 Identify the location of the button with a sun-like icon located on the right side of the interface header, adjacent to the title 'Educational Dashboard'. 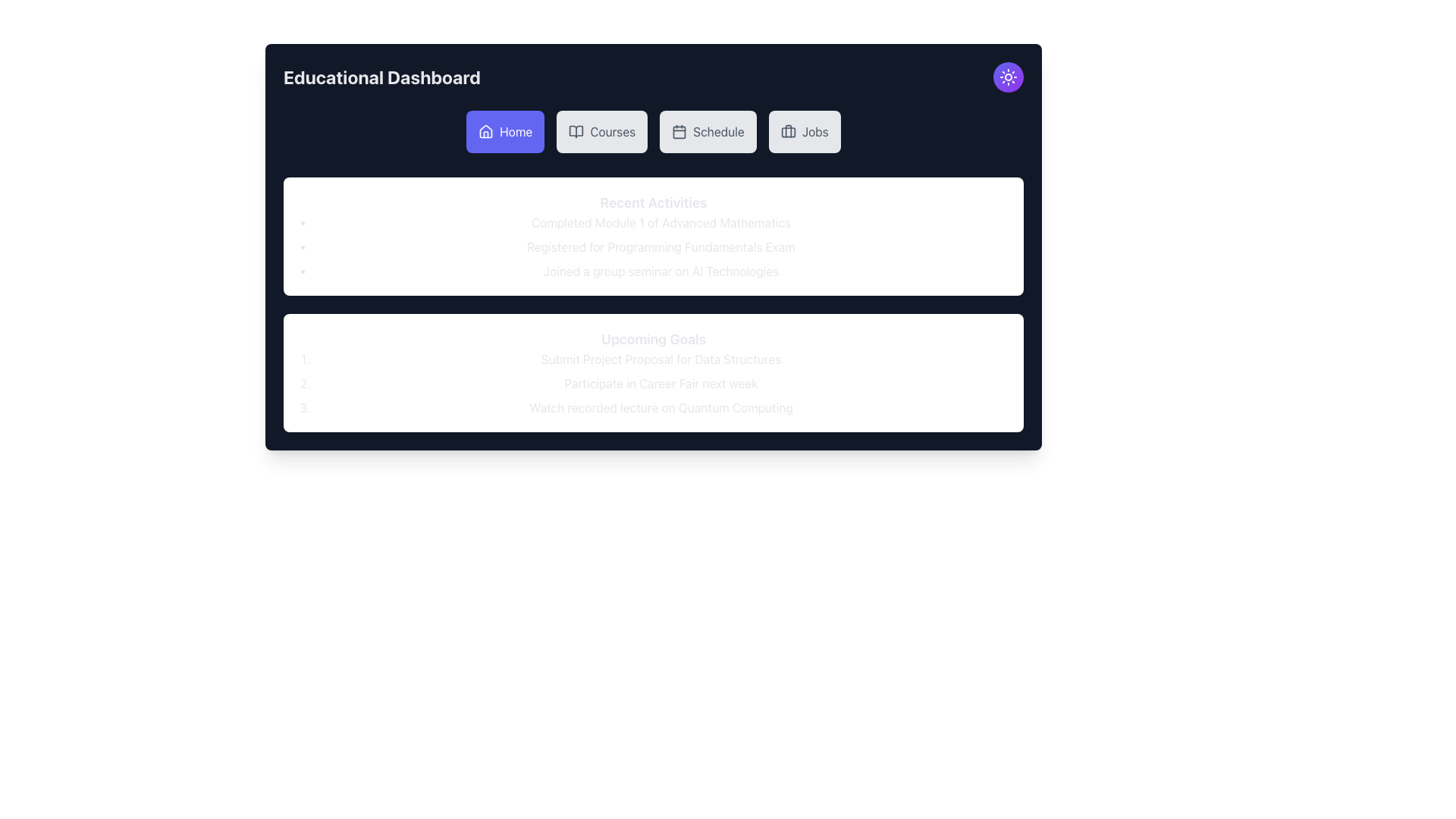
(1008, 77).